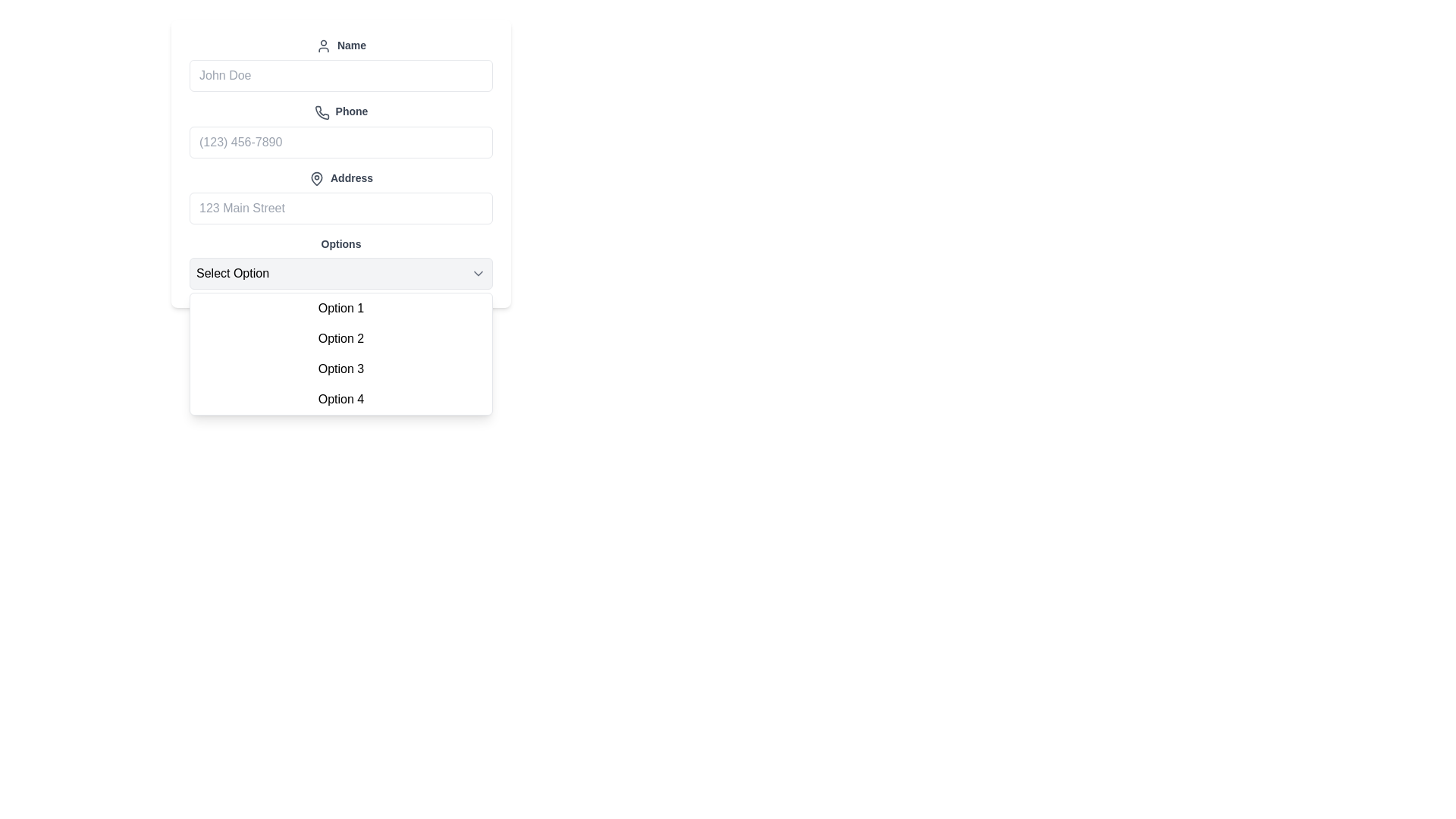 This screenshot has width=1456, height=819. Describe the element at coordinates (340, 177) in the screenshot. I see `the label with the text 'Address' which is styled with a bold and smaller font size and accompanied by a map pin icon, located above the '123 Main Street' input field` at that location.